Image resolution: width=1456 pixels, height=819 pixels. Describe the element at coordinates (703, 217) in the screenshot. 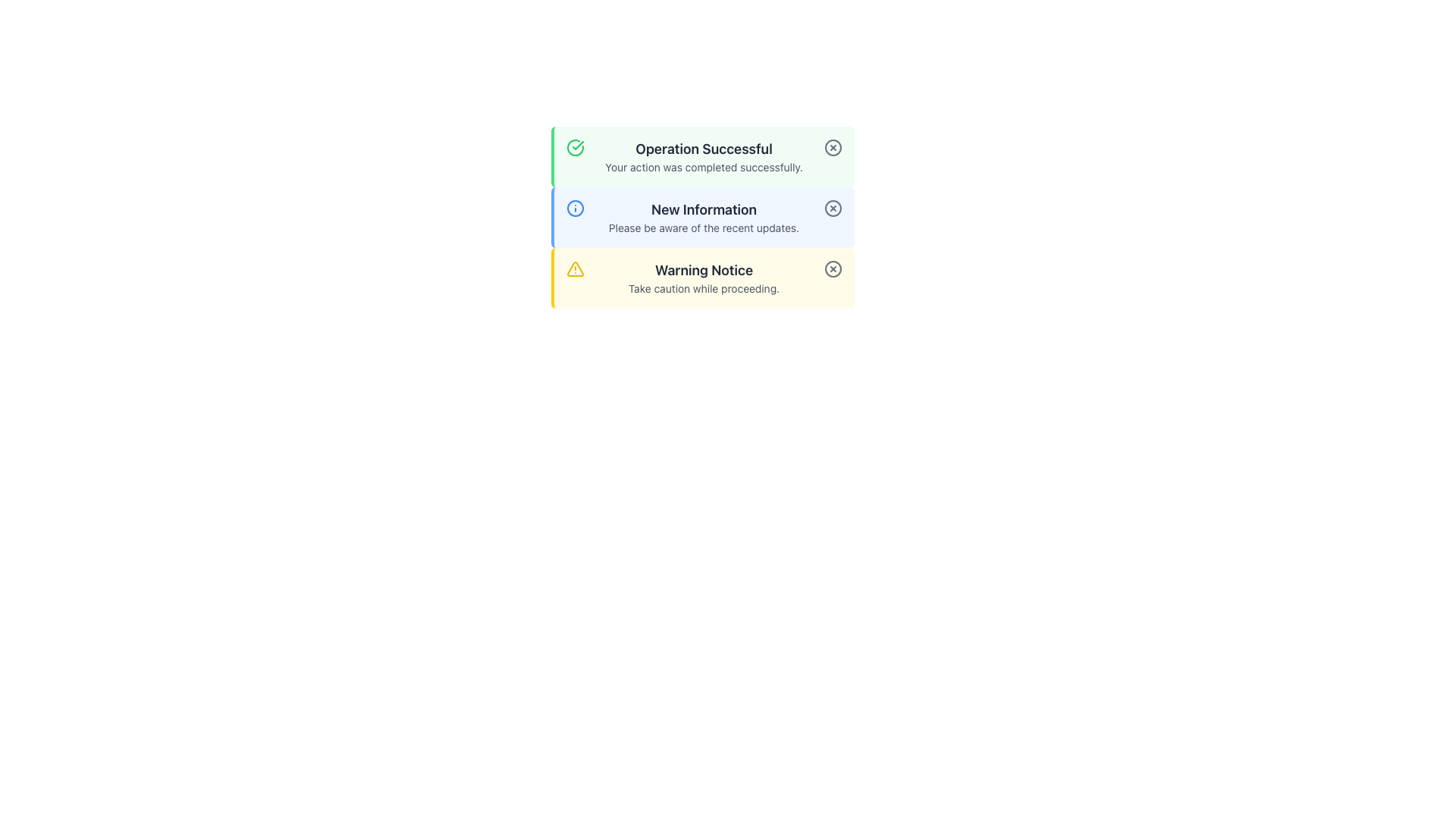

I see `the primary text block element located in the blue-colored section, which provides notifications and updates to the user` at that location.